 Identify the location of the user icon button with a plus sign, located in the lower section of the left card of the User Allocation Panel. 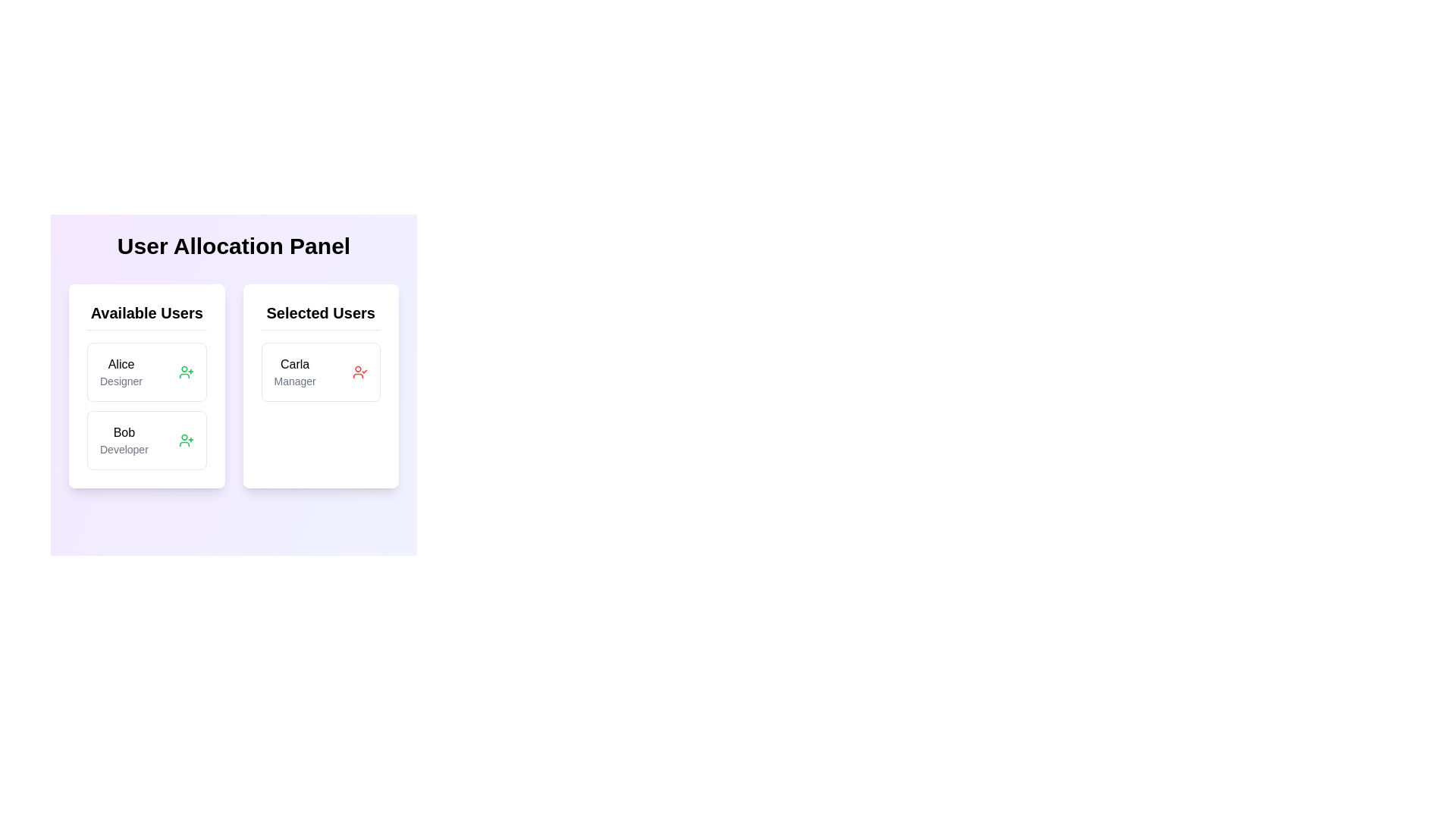
(185, 441).